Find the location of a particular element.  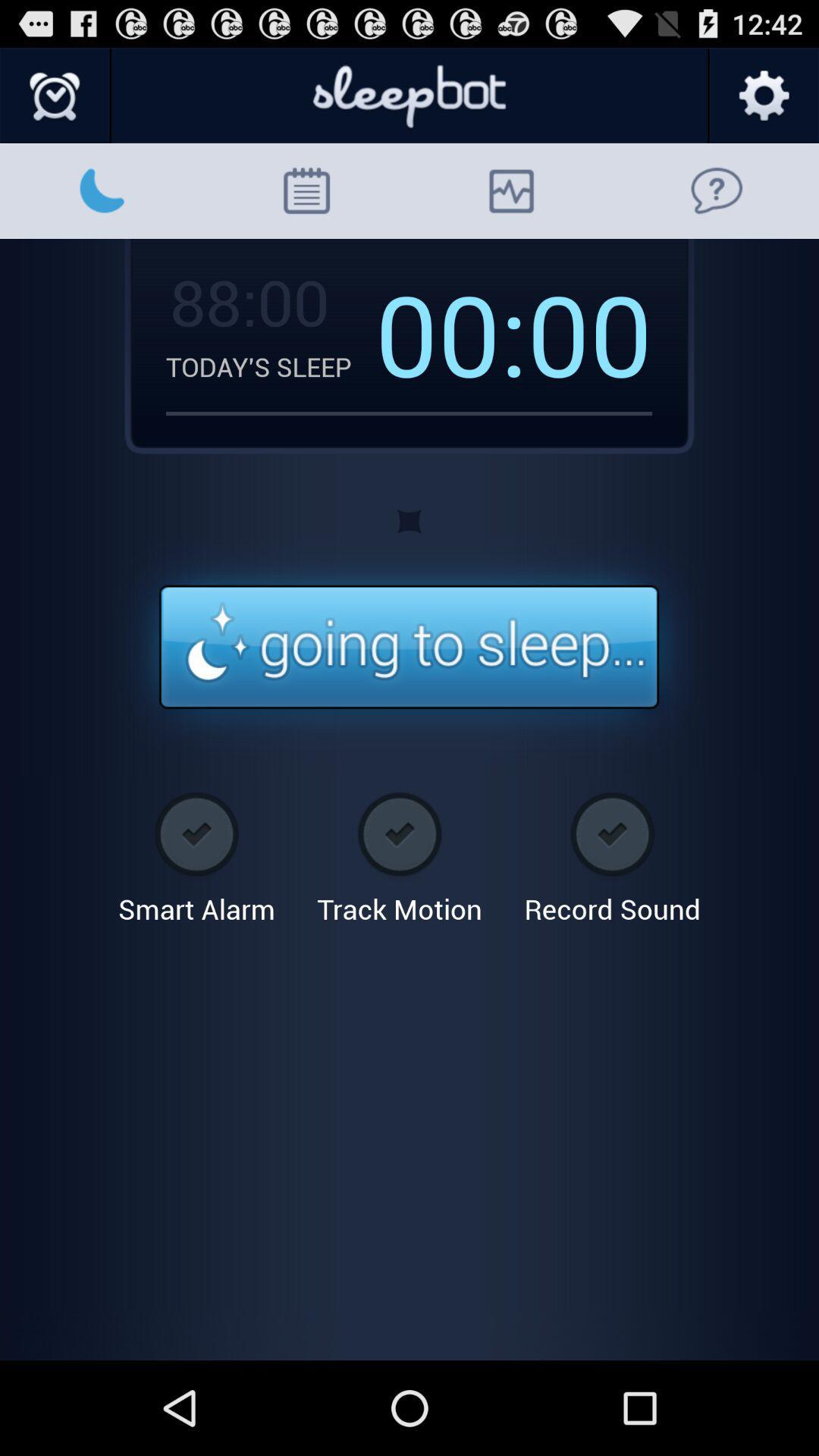

the 00: item is located at coordinates (450, 332).